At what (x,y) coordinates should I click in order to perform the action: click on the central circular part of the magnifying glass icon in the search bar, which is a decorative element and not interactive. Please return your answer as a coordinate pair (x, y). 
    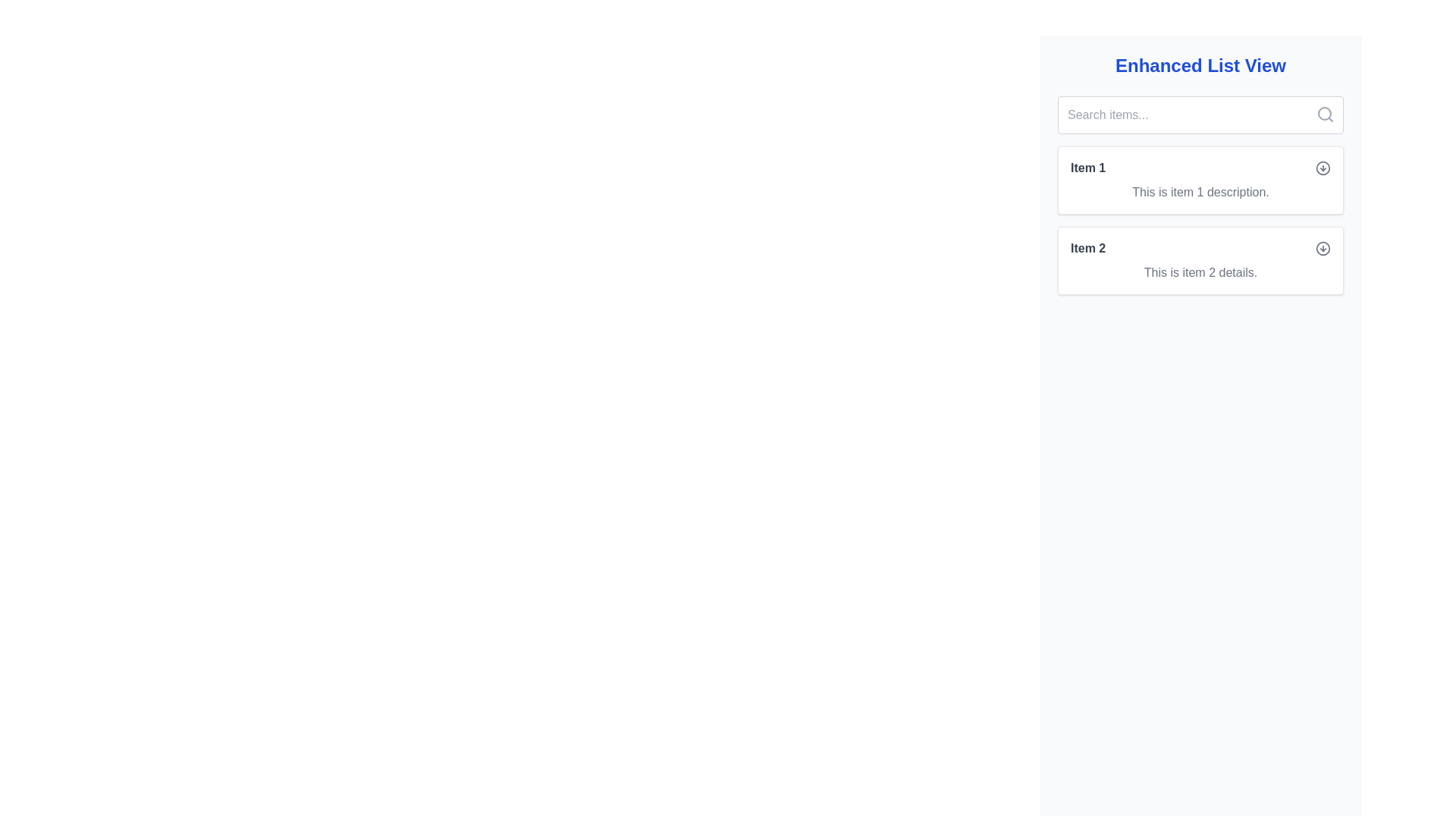
    Looking at the image, I should click on (1324, 113).